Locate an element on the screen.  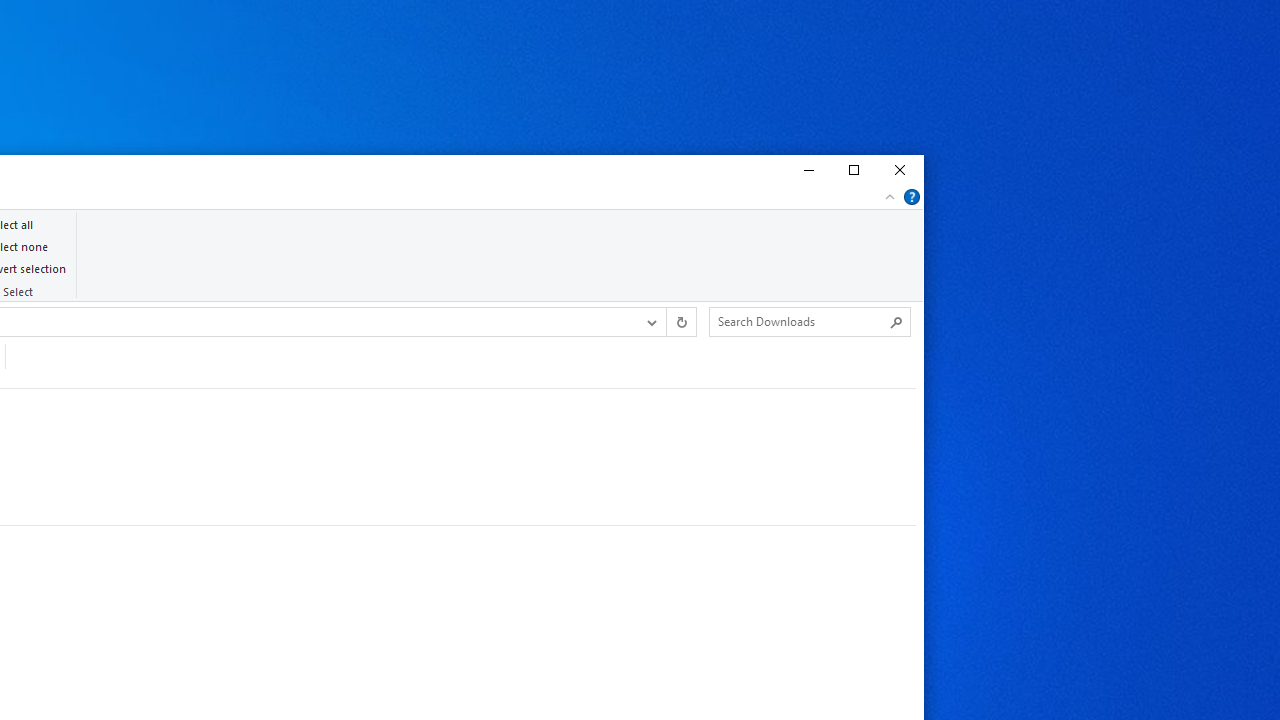
'Address band toolbar' is located at coordinates (666, 320).